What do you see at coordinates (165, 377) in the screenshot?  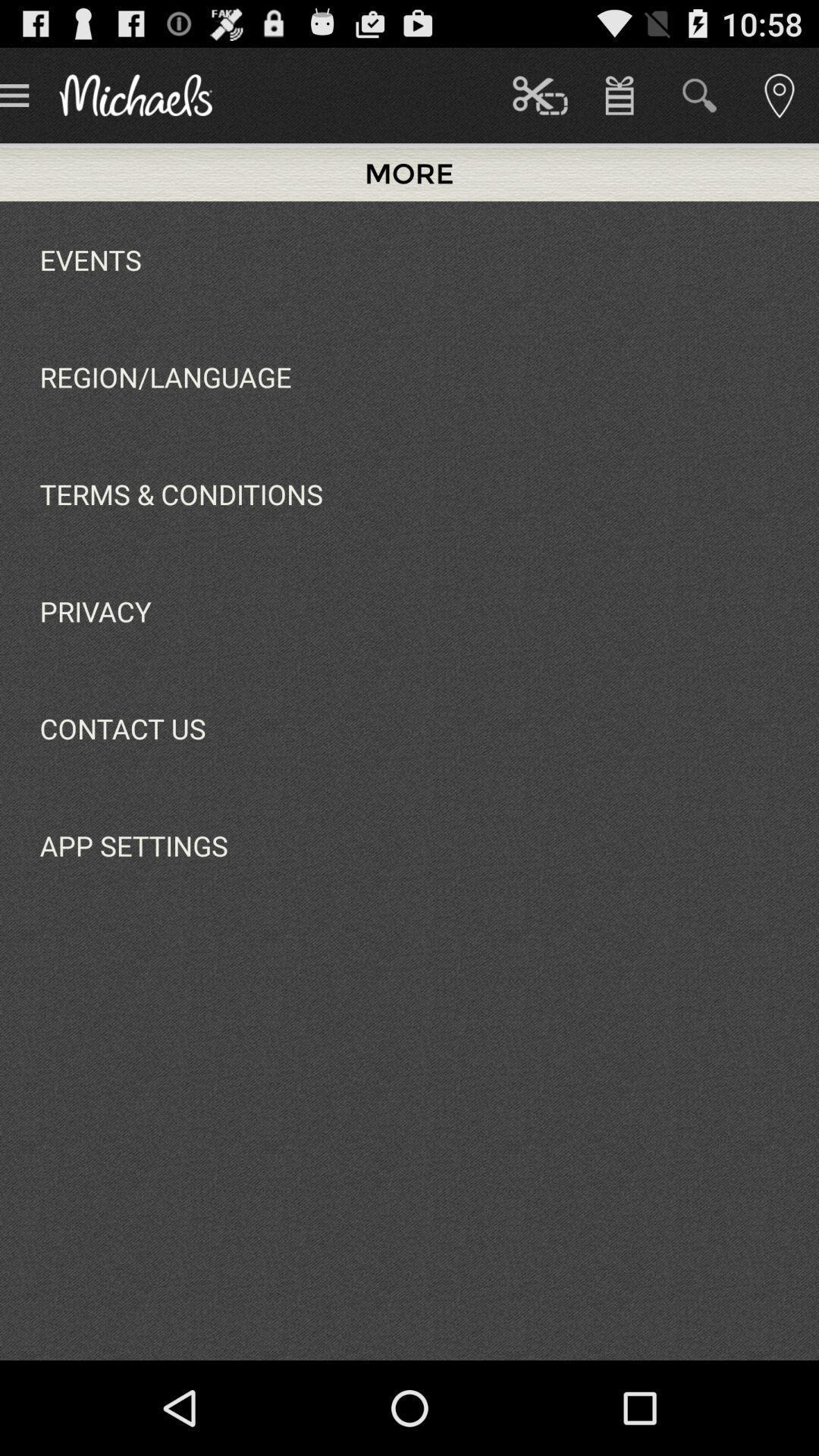 I see `the region/language app` at bounding box center [165, 377].